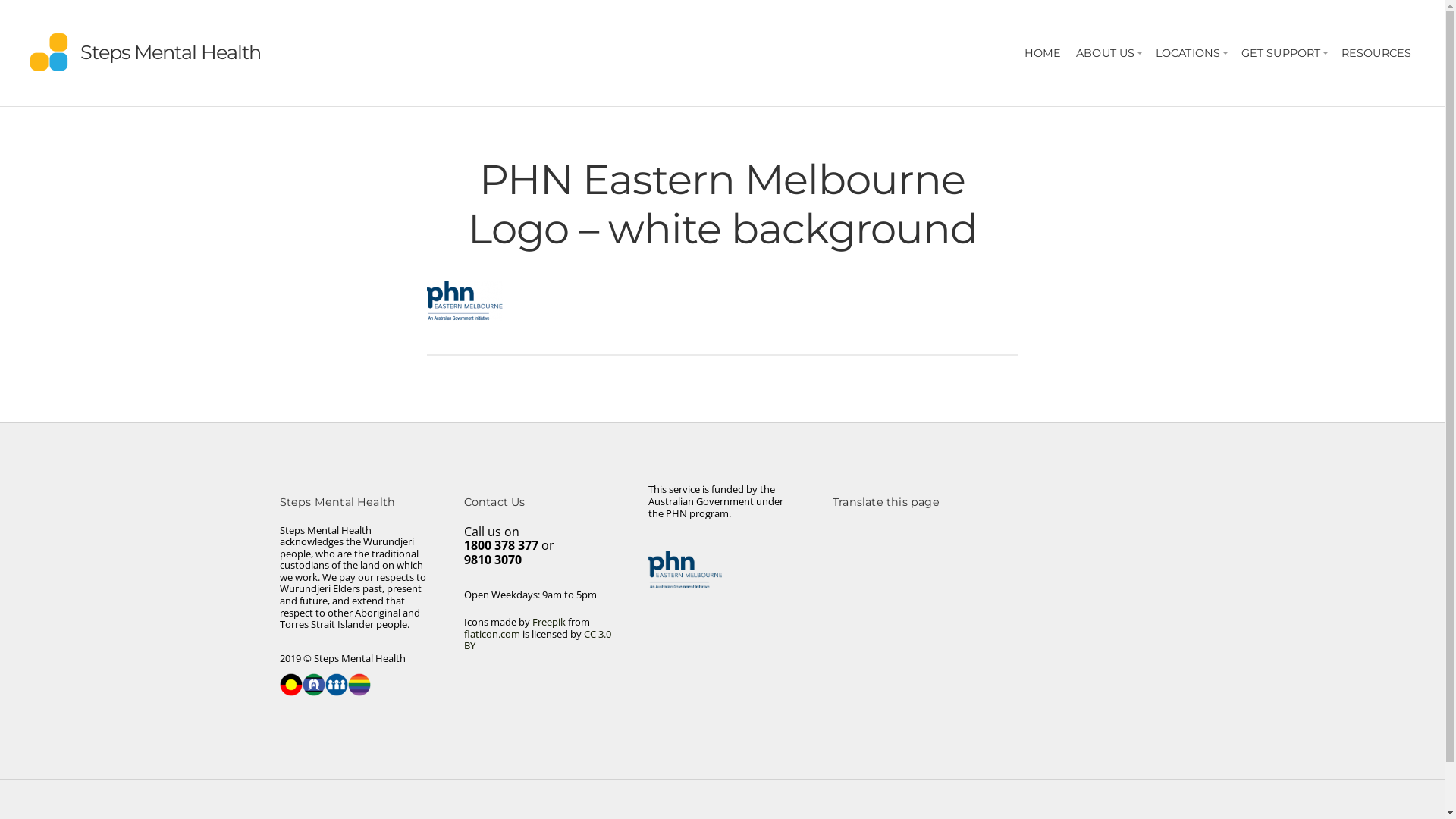 The height and width of the screenshot is (819, 1456). What do you see at coordinates (548, 622) in the screenshot?
I see `'Freepik'` at bounding box center [548, 622].